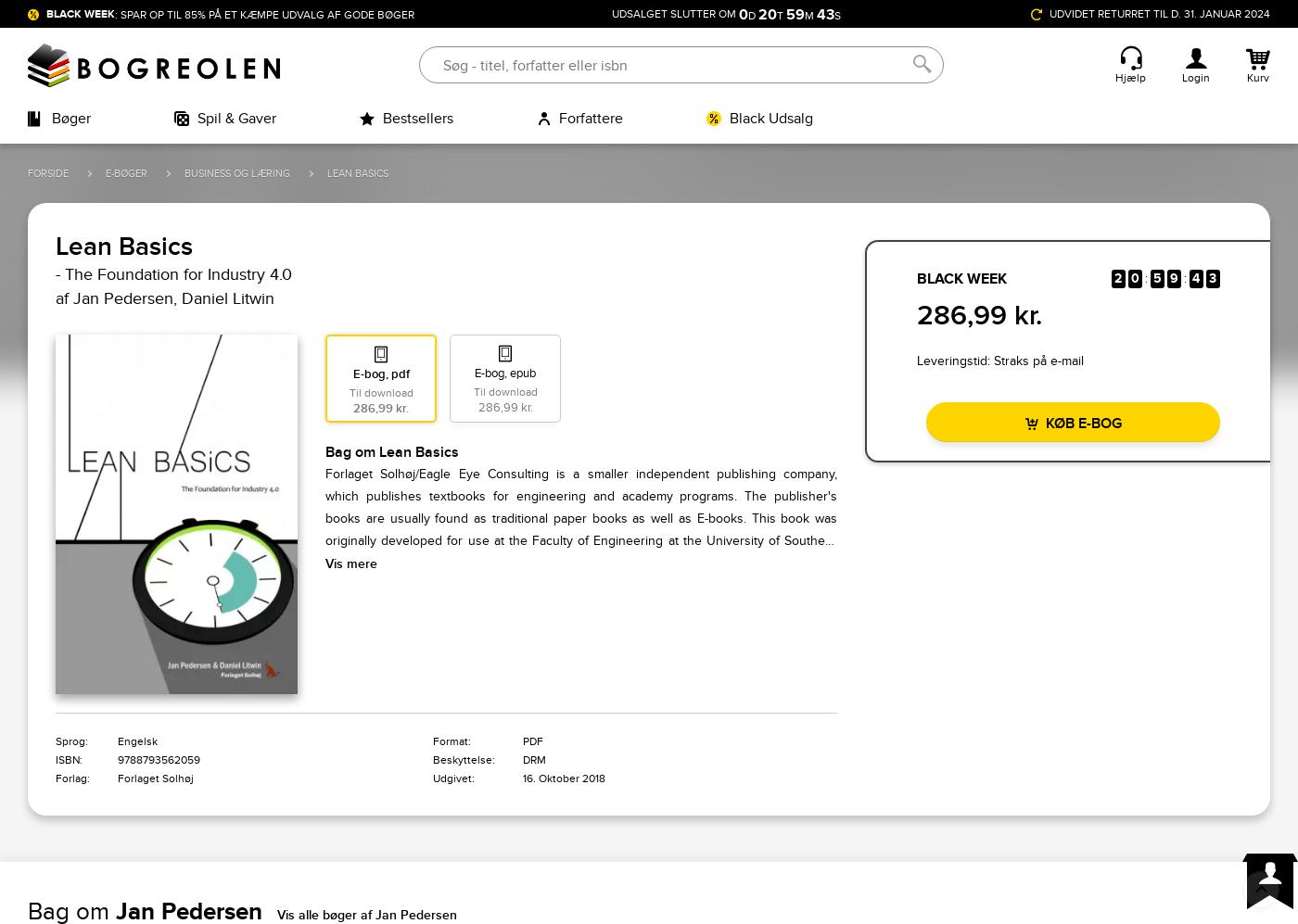 This screenshot has height=924, width=1298. What do you see at coordinates (1168, 278) in the screenshot?
I see `'9'` at bounding box center [1168, 278].